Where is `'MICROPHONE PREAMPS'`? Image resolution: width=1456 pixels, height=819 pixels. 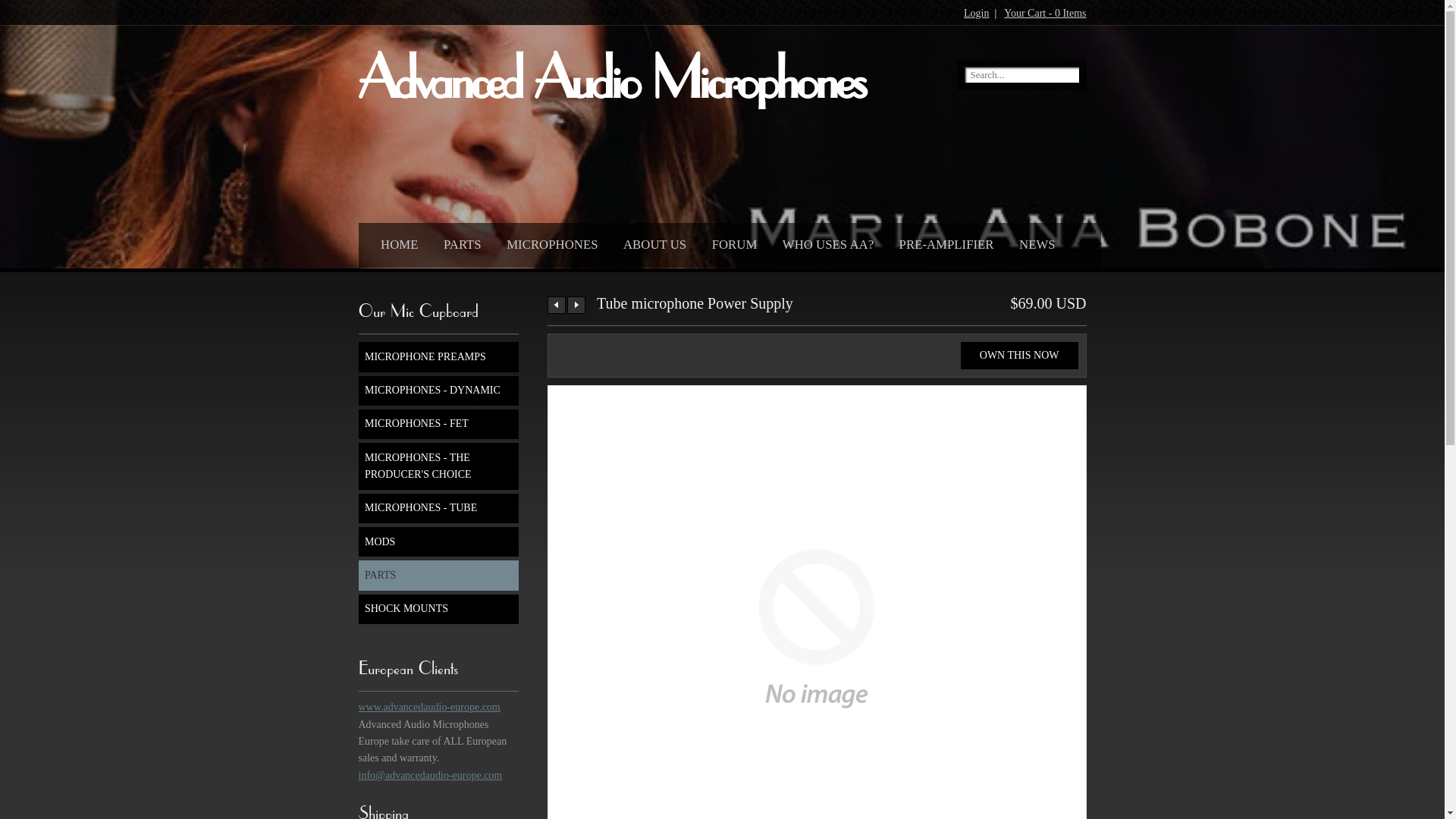
'MICROPHONE PREAMPS' is located at coordinates (437, 356).